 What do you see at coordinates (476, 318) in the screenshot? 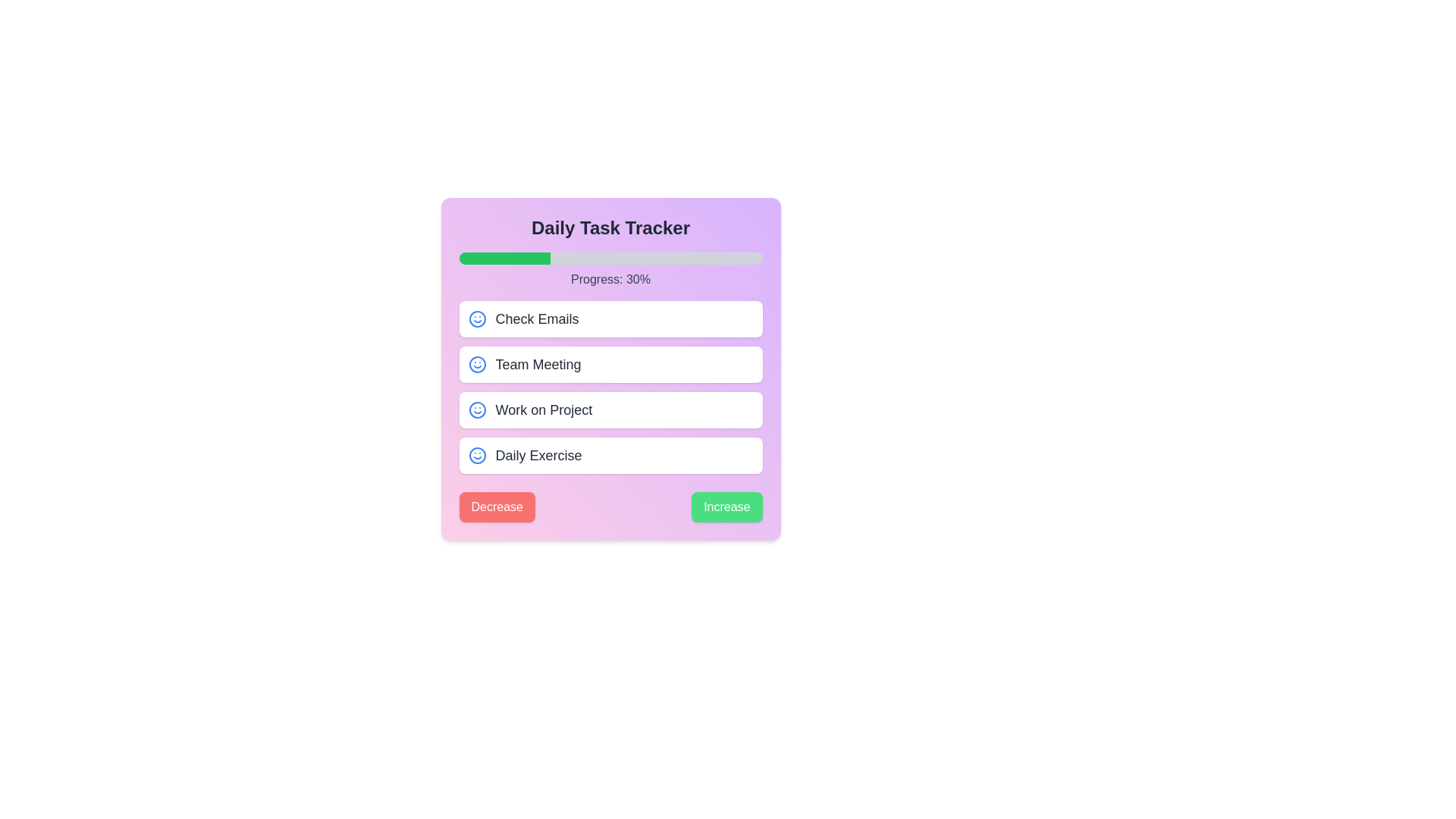
I see `the decorative icon located inside the first card labeled 'Check Emails', positioned at the left end next to the text within the card` at bounding box center [476, 318].